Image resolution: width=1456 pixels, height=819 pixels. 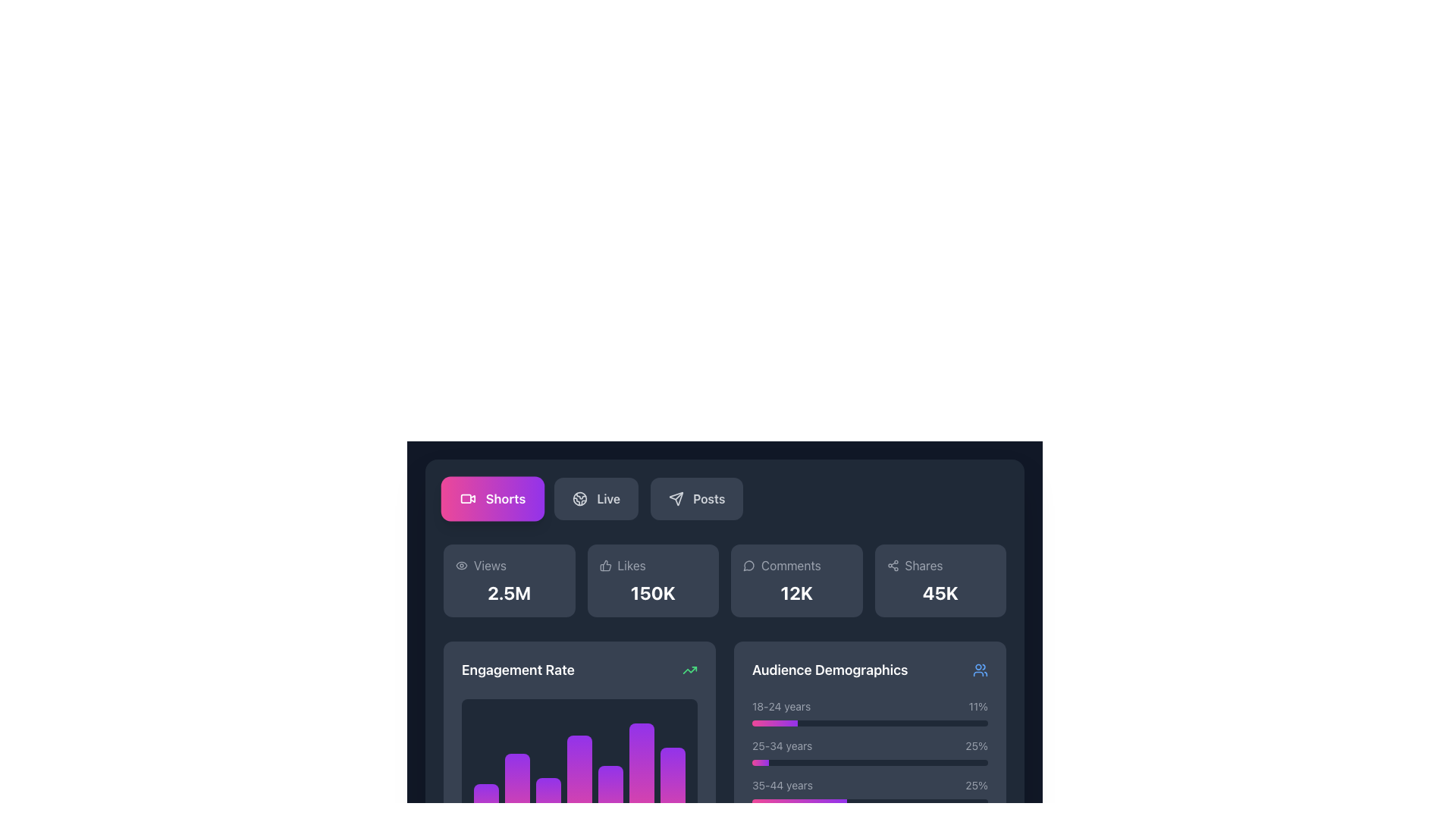 I want to click on the text label that describes the like count, which is positioned to the right of the thumbs-up icon and enhances user understanding of the associated metric, so click(x=632, y=565).